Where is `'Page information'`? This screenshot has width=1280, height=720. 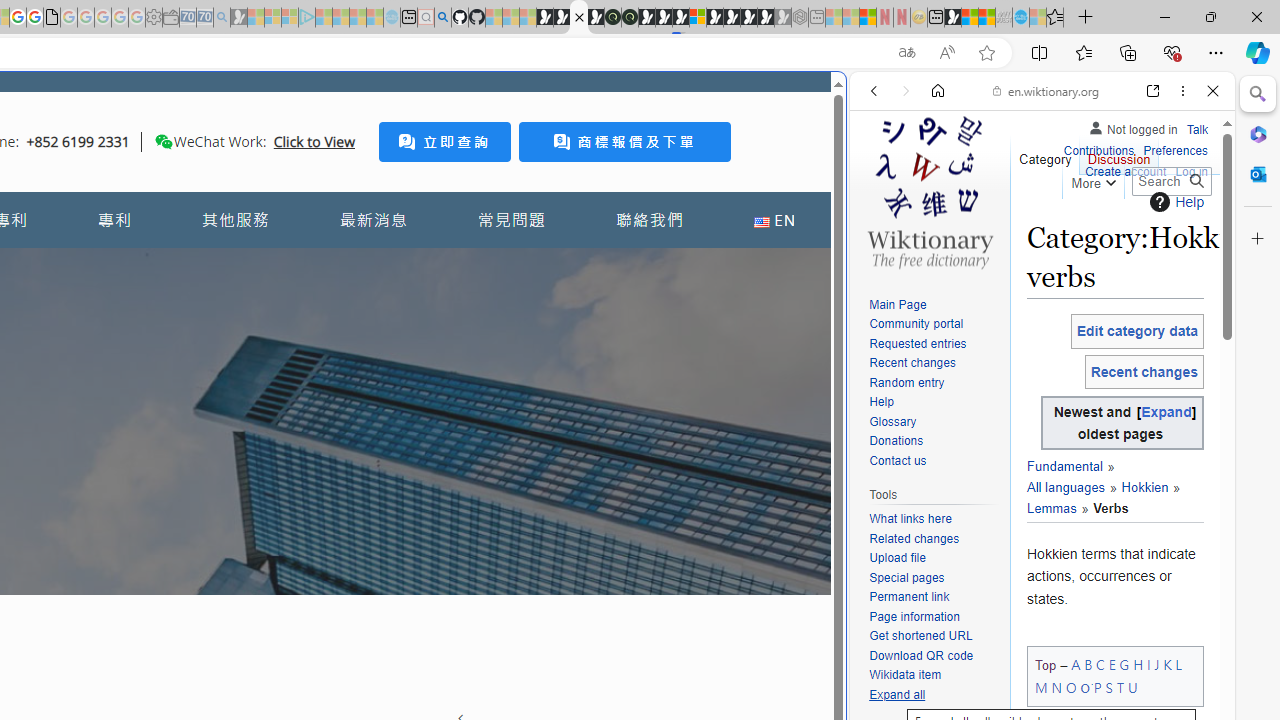 'Page information' is located at coordinates (913, 615).